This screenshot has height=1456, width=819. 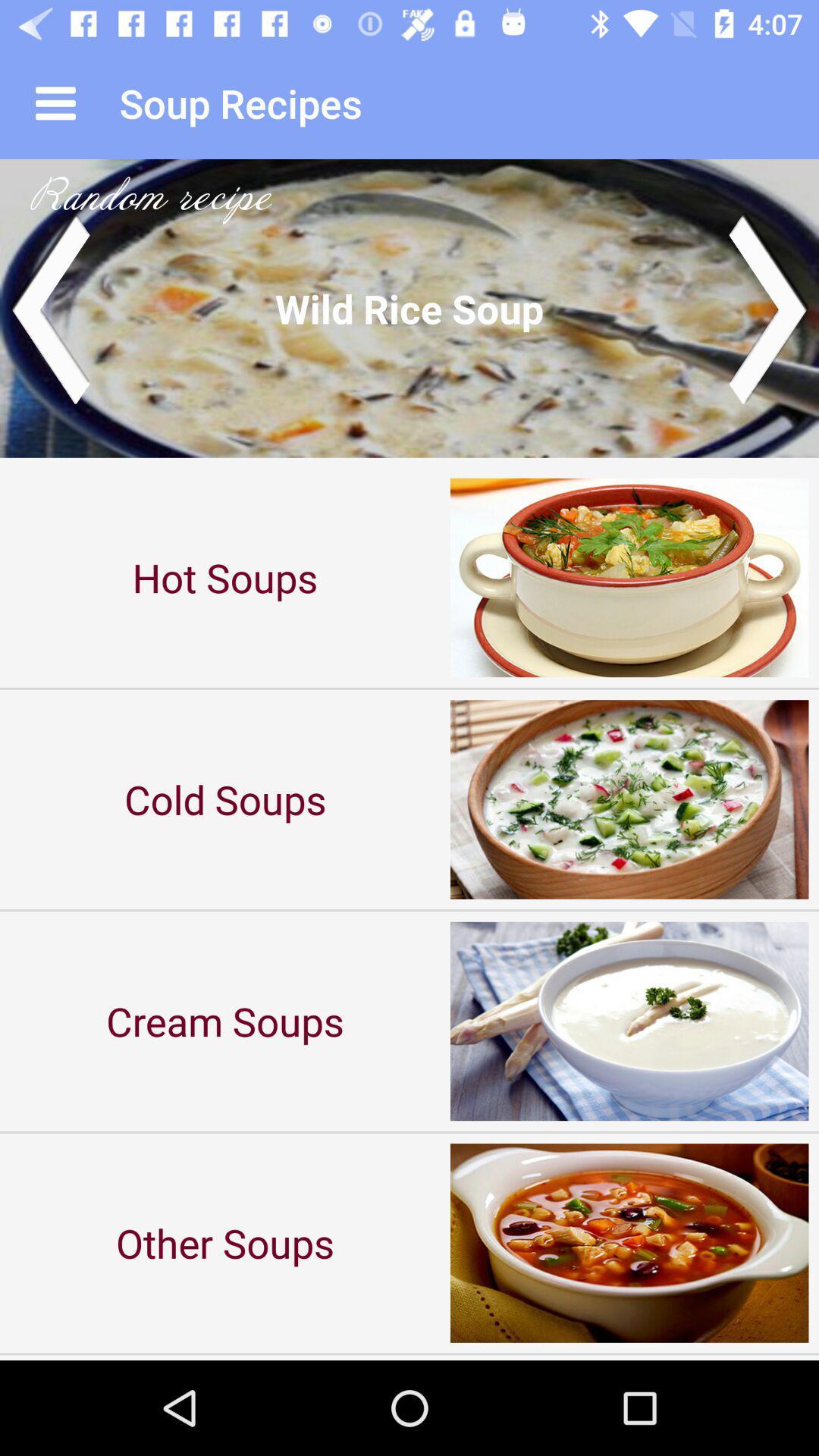 What do you see at coordinates (225, 799) in the screenshot?
I see `cold soups icon` at bounding box center [225, 799].